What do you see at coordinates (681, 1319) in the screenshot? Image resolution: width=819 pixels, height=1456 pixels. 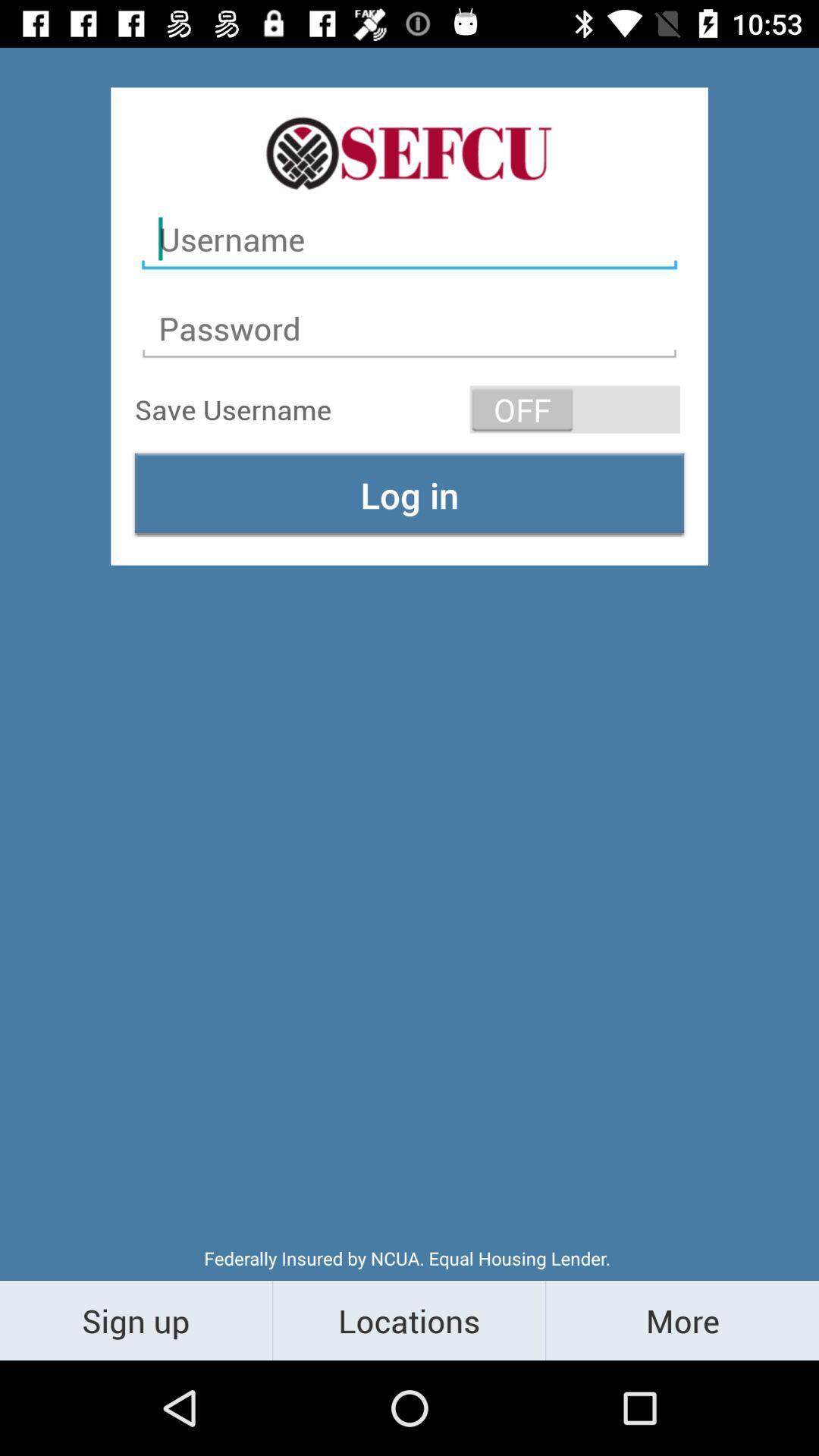 I see `icon to the right of the locations icon` at bounding box center [681, 1319].